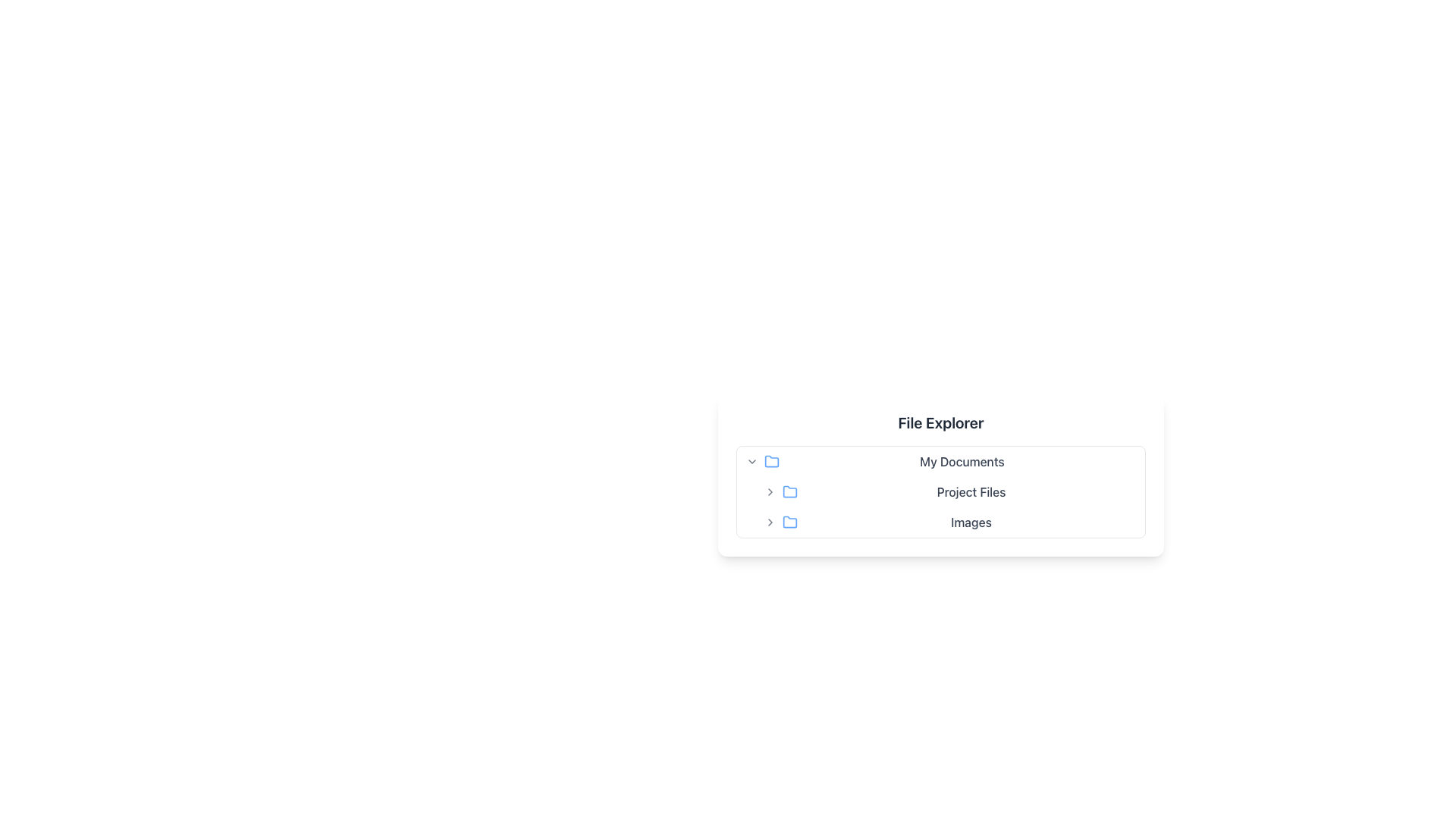  I want to click on the 'Images' folder title in the file explorer, so click(949, 522).